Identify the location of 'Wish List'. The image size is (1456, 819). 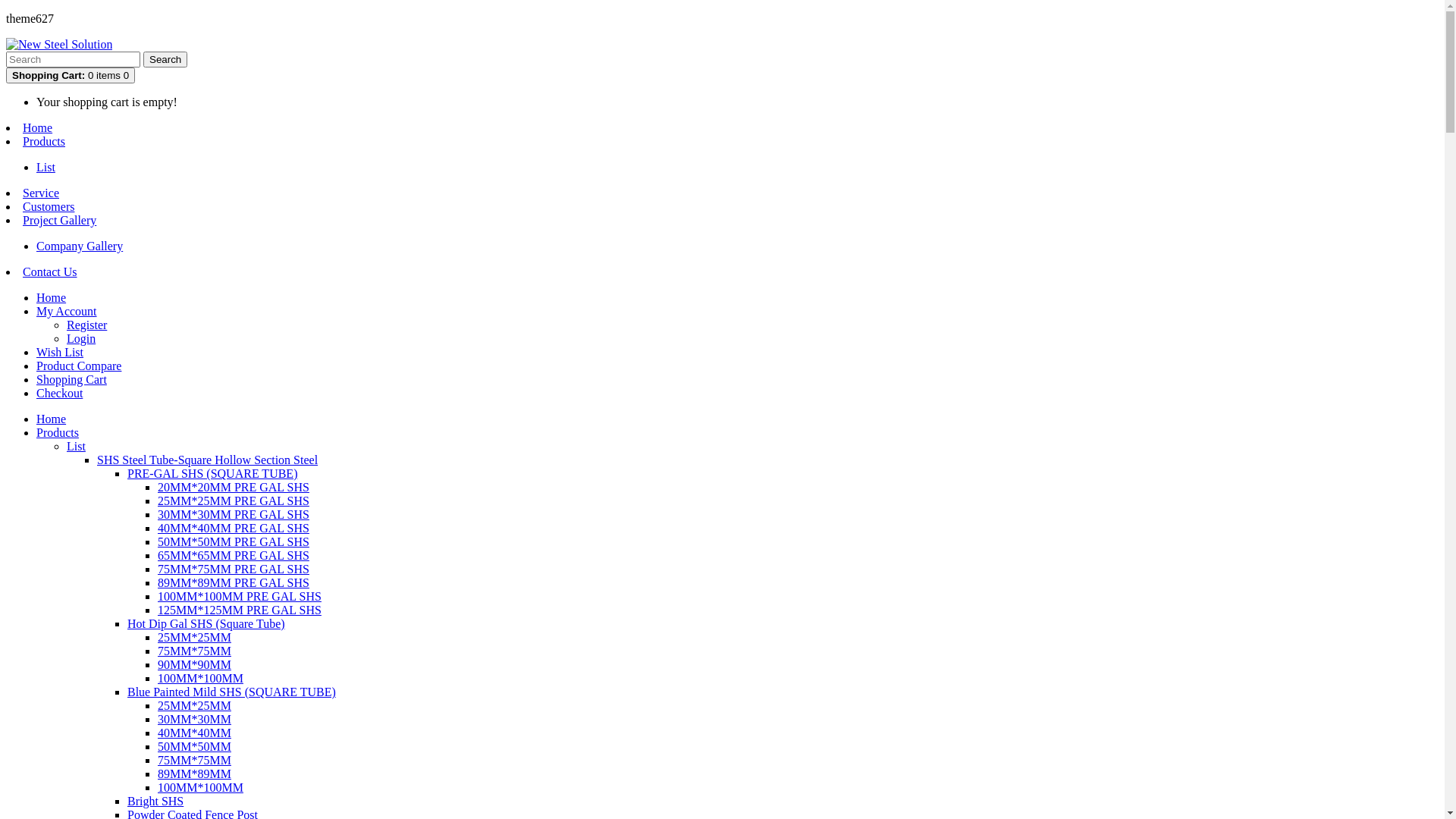
(59, 352).